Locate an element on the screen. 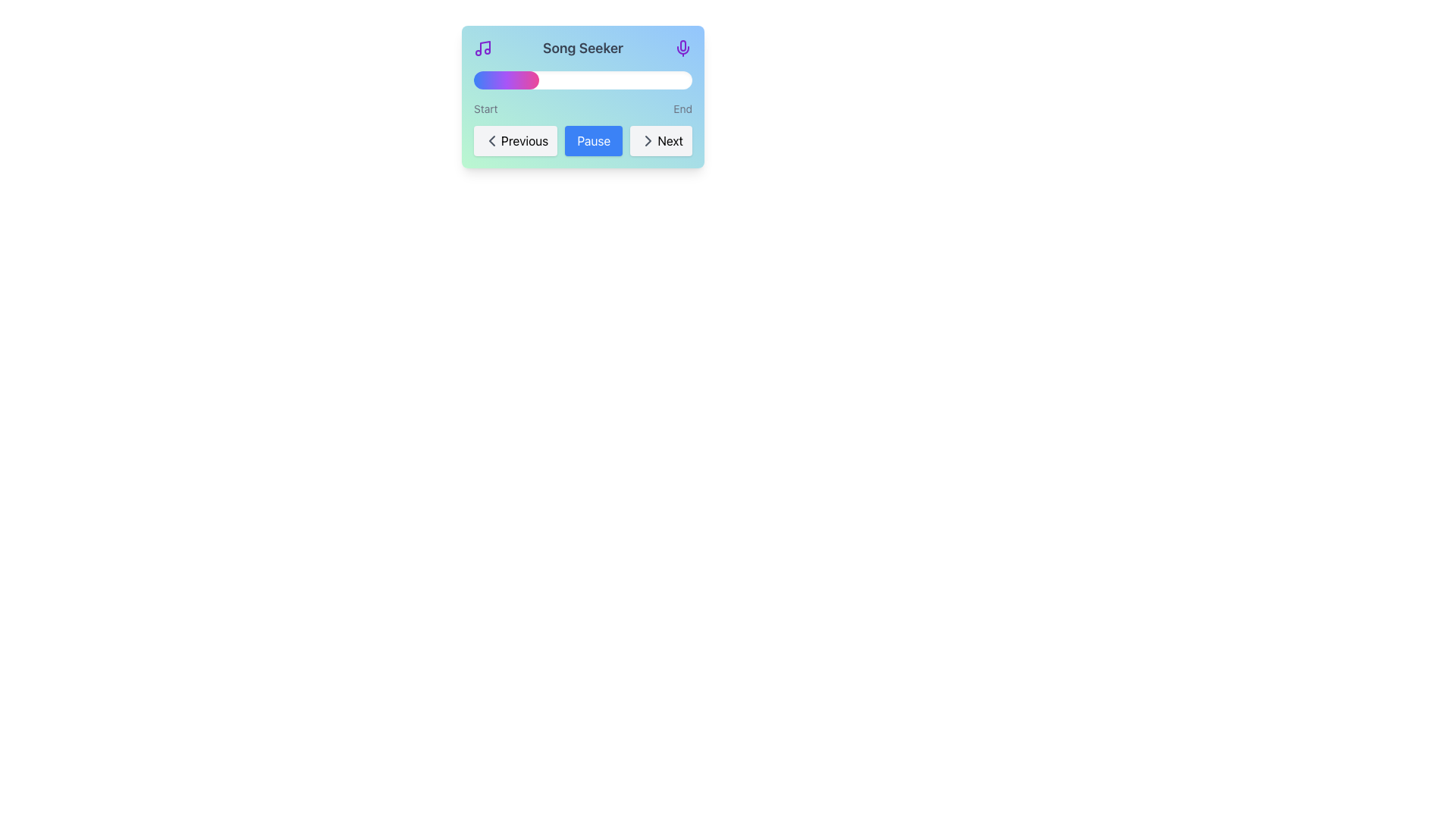  the 'Pause' button, which is a rectangular button with a vibrant blue background and white text, positioned between the 'Previous' and 'Next' buttons is located at coordinates (593, 140).